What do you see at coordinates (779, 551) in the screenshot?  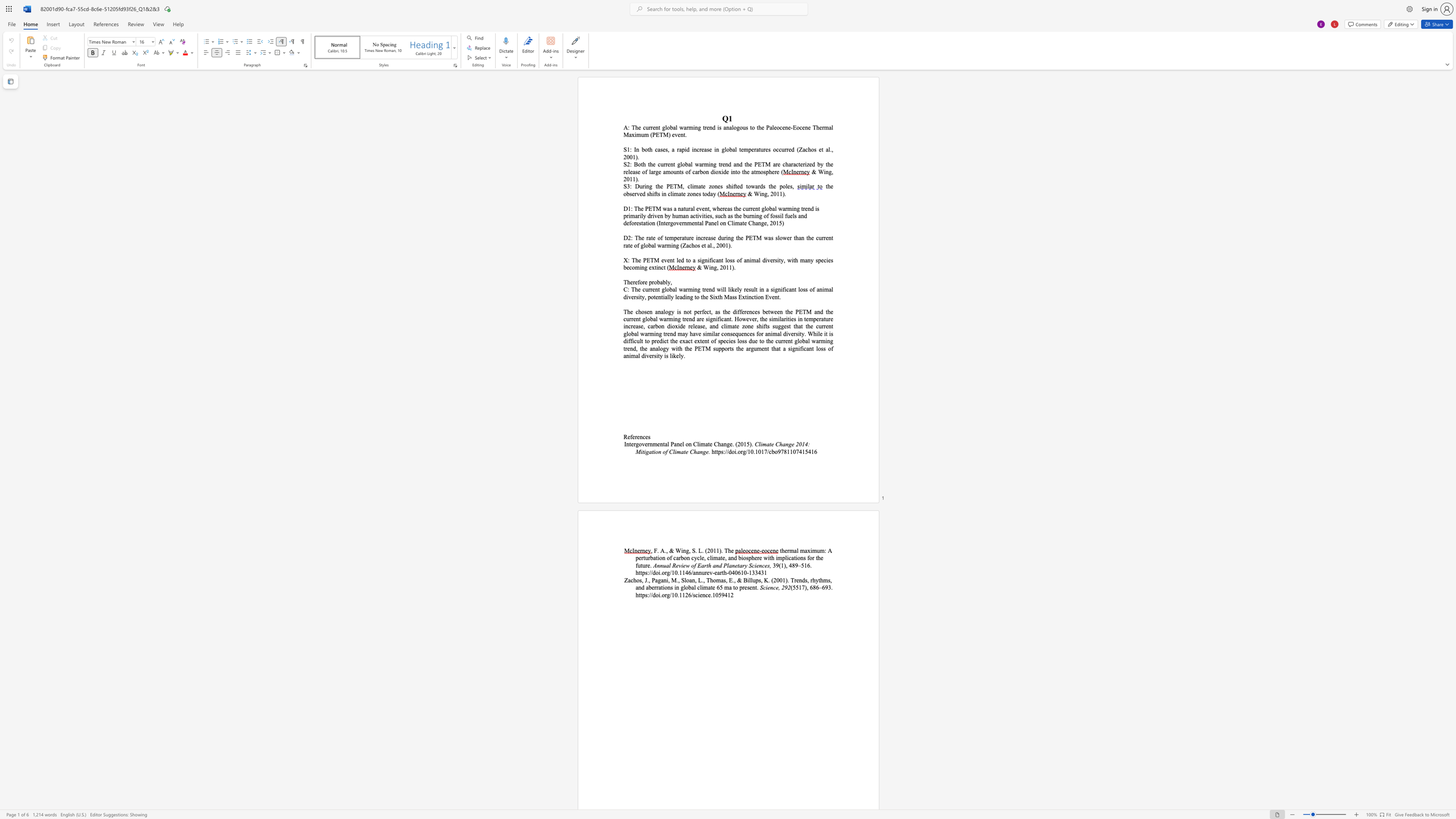 I see `the subset text "ther" within the text "thermal maximum: A perturbation of carbon cycle, cl"` at bounding box center [779, 551].